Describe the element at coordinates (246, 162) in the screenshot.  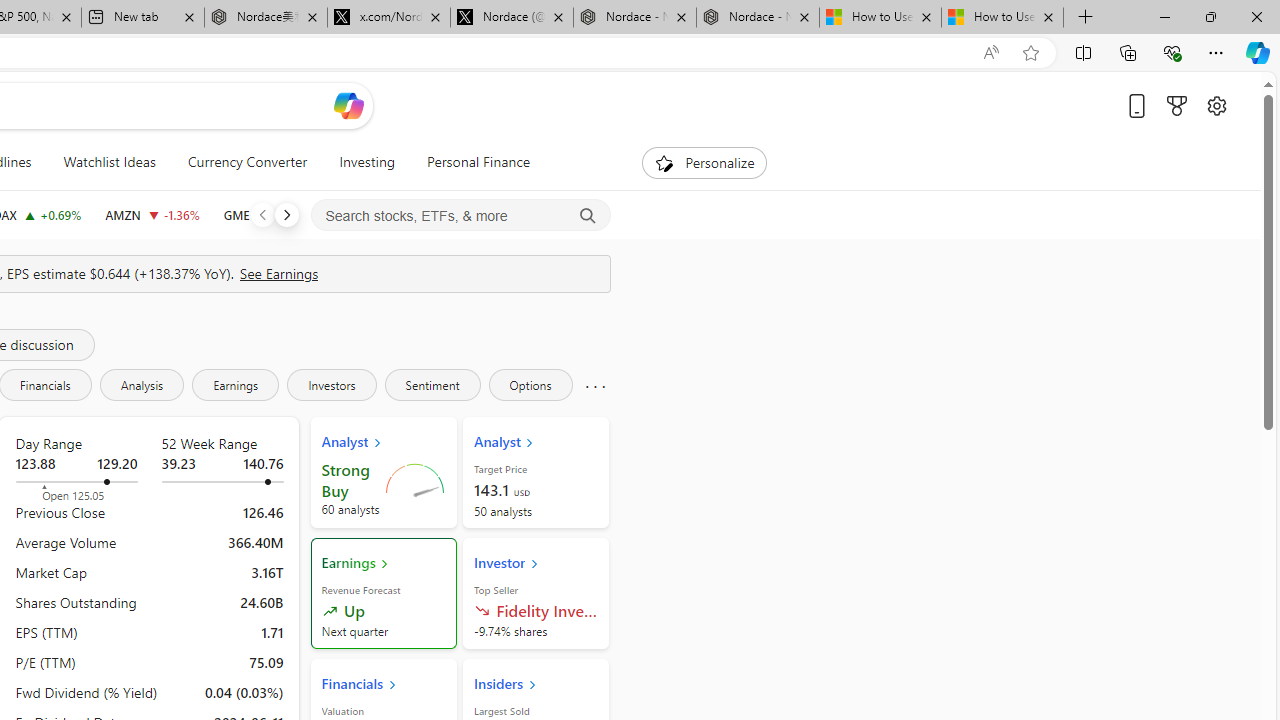
I see `'Currency Converter'` at that location.